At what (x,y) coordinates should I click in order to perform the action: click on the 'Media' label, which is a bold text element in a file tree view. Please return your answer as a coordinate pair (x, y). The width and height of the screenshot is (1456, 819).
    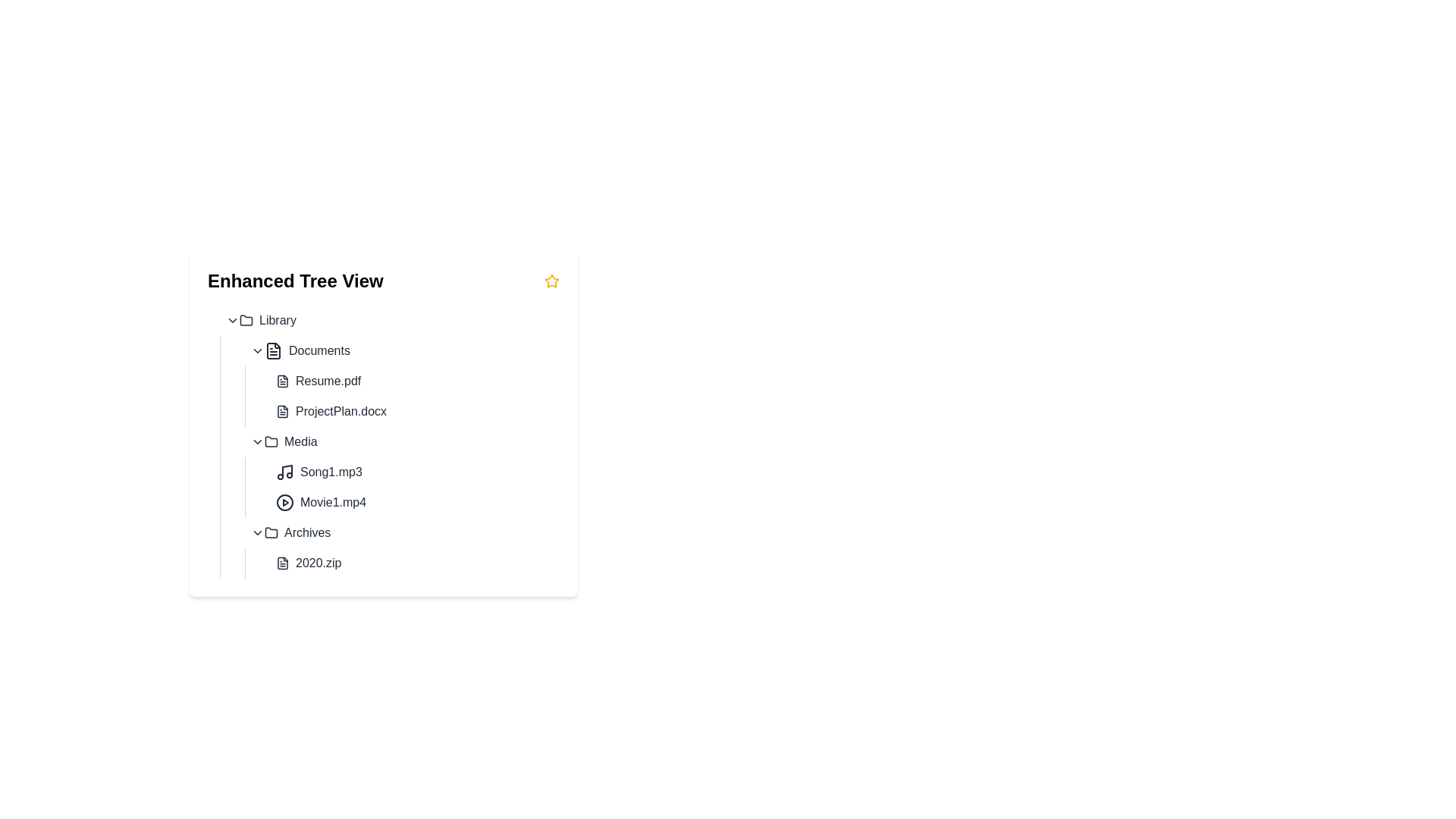
    Looking at the image, I should click on (300, 441).